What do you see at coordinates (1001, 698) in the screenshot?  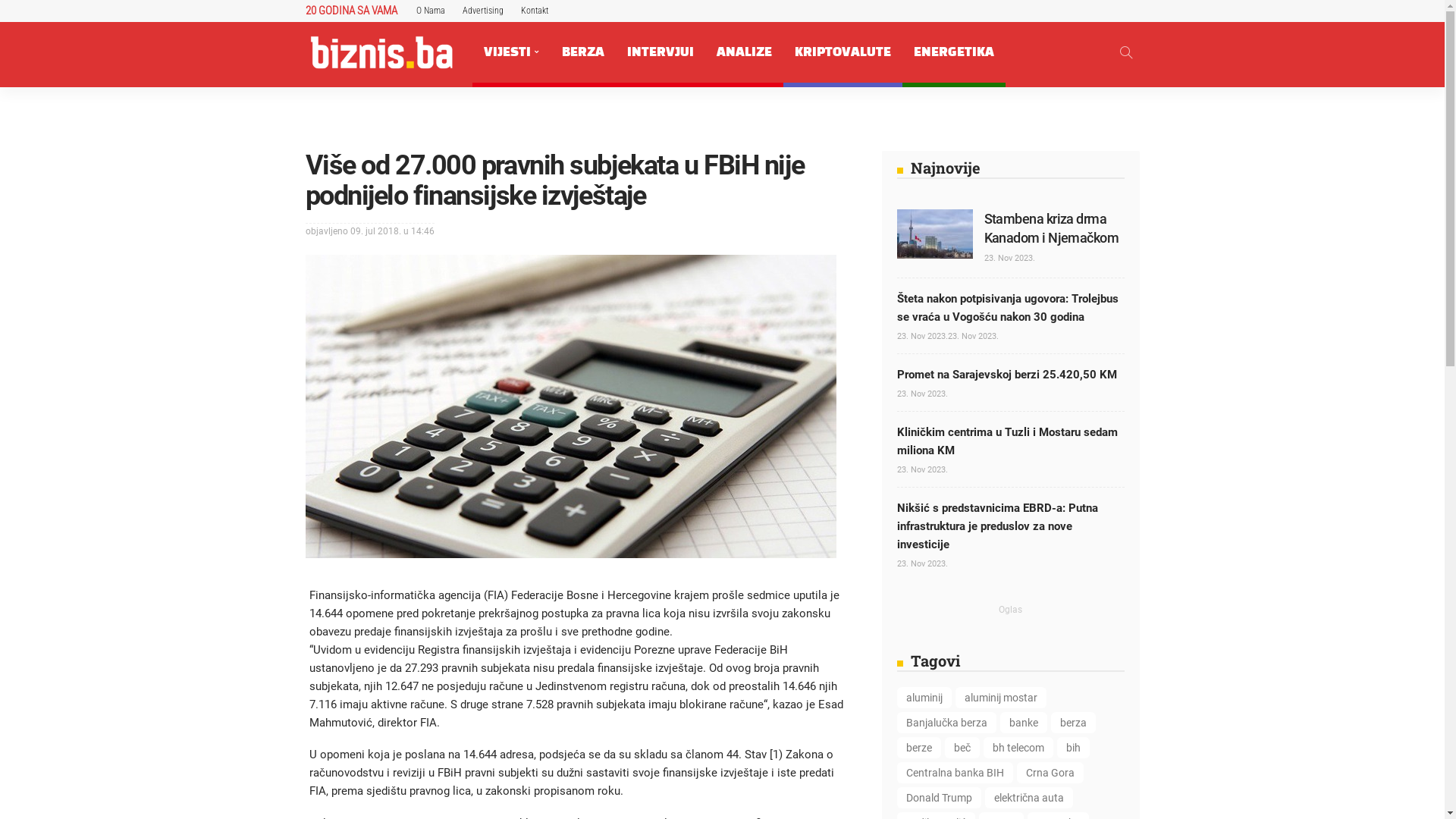 I see `'aluminij mostar'` at bounding box center [1001, 698].